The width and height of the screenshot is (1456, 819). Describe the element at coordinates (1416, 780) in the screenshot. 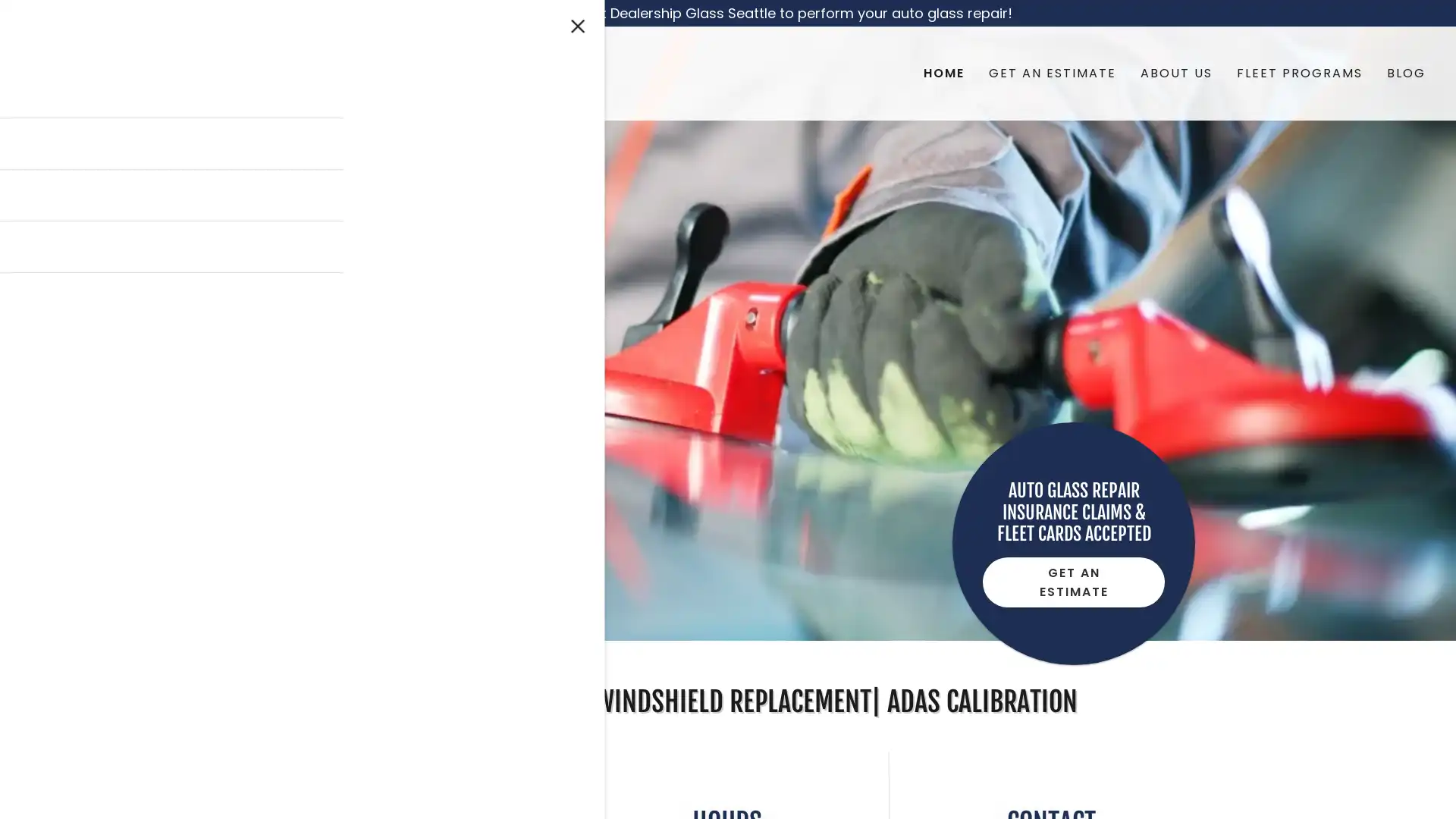

I see `Chat widget toggle` at that location.